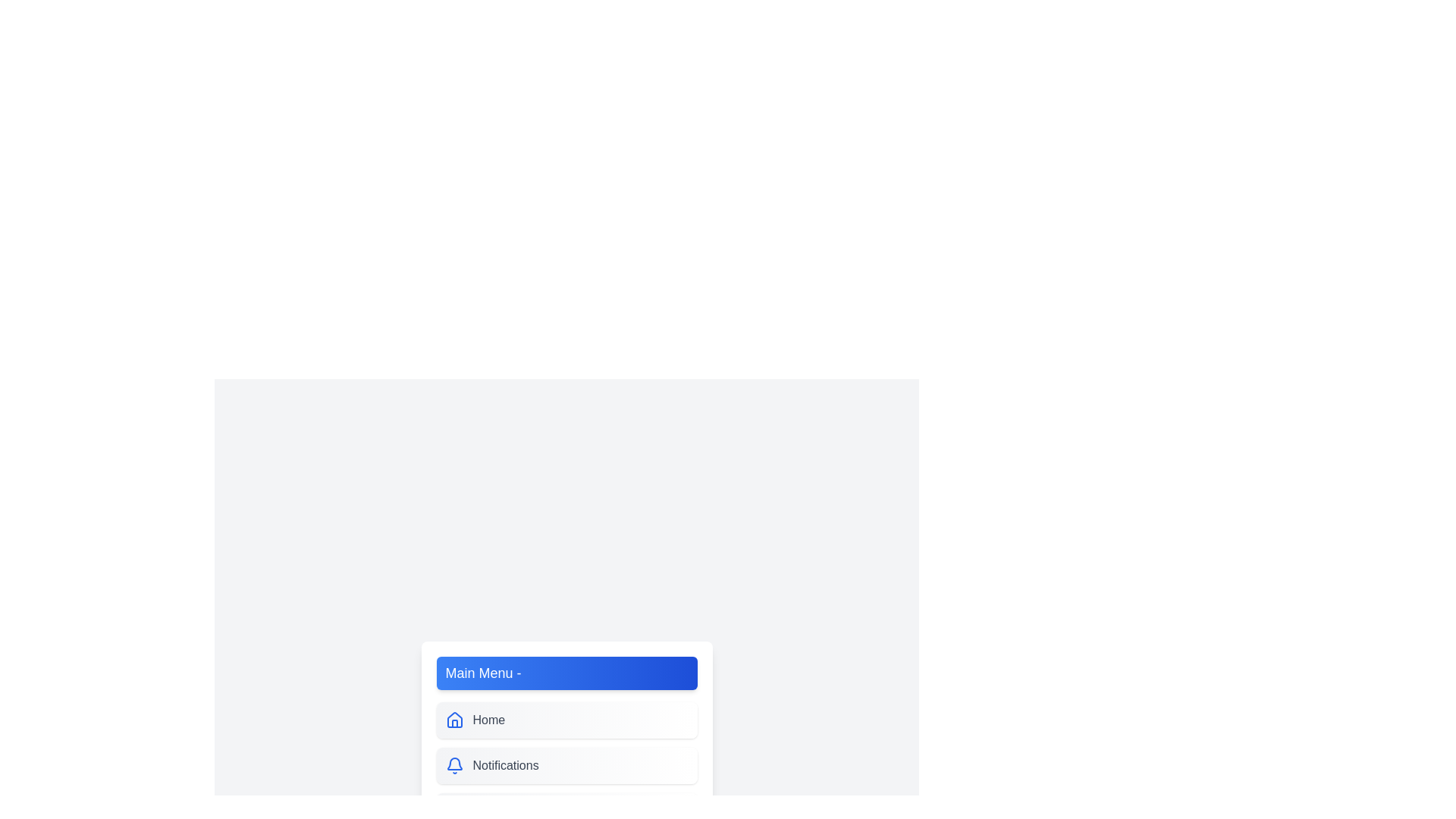 Image resolution: width=1456 pixels, height=819 pixels. I want to click on the menu item labeled Home, so click(566, 719).